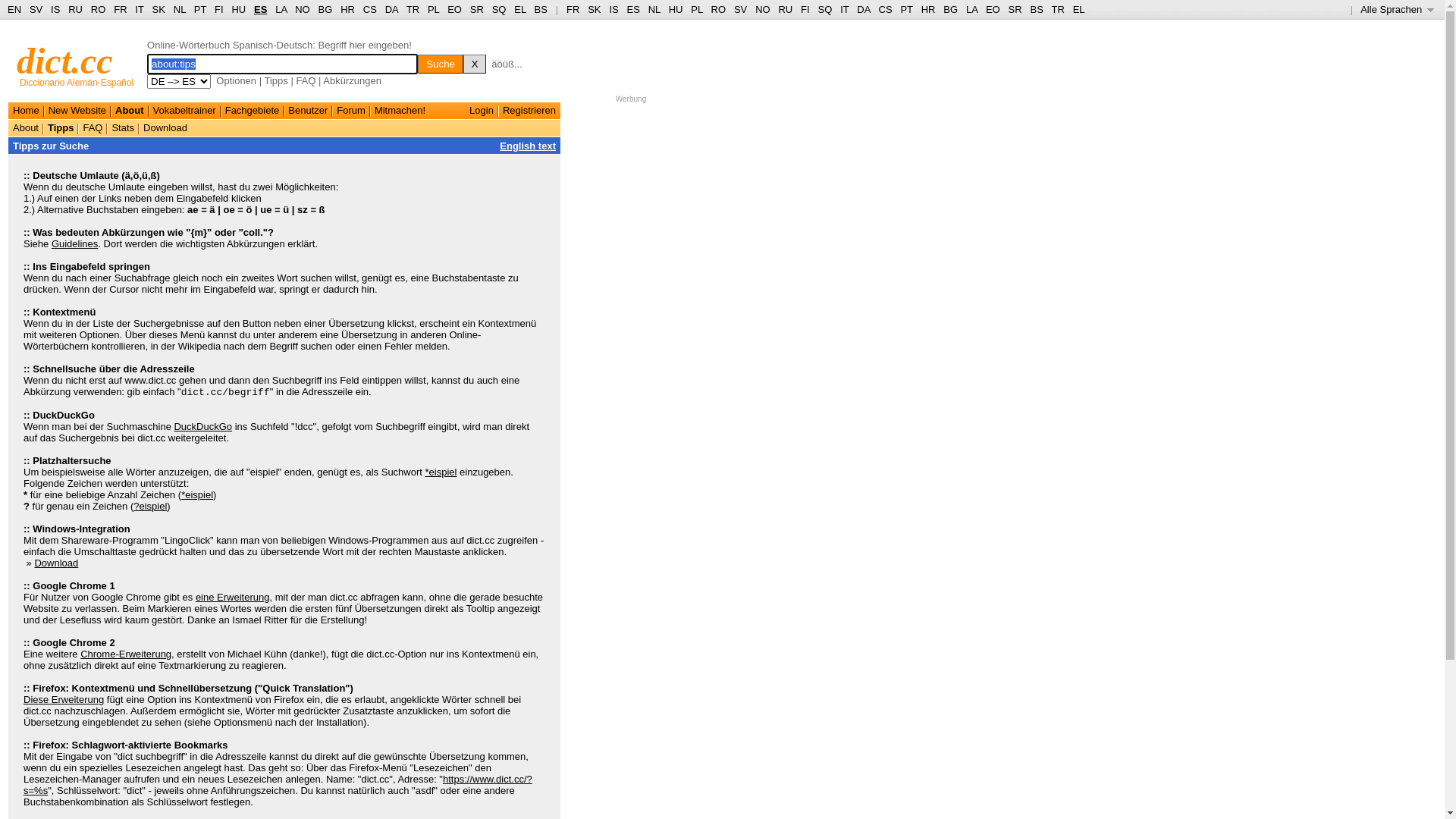  Describe the element at coordinates (593, 9) in the screenshot. I see `'SK'` at that location.